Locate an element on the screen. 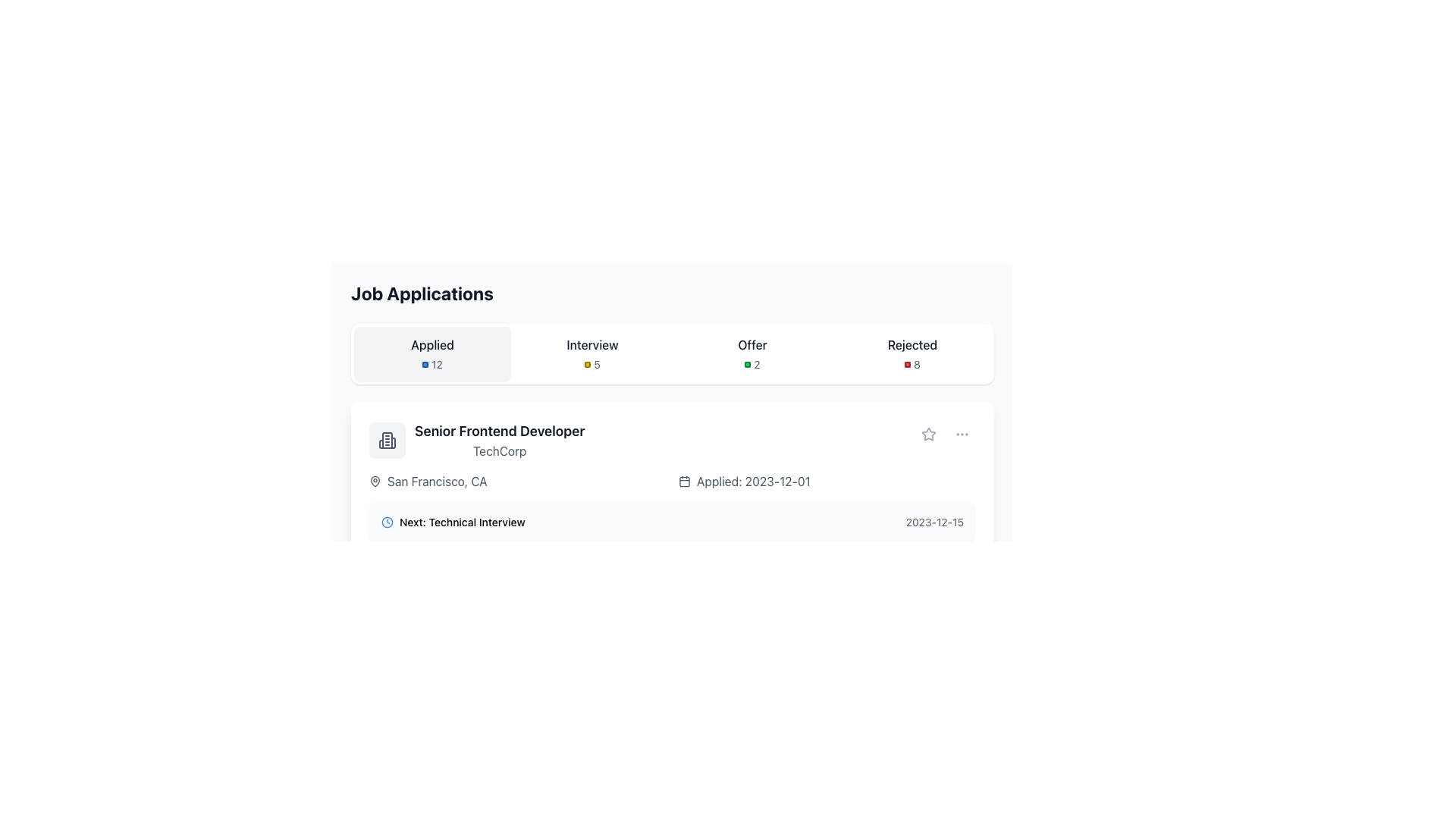 Image resolution: width=1456 pixels, height=819 pixels. the Text label that displays 'Next: Technical Interview,' which is styled with a medium-sized font and colored in black, positioned to the right of a small clock icon is located at coordinates (461, 522).